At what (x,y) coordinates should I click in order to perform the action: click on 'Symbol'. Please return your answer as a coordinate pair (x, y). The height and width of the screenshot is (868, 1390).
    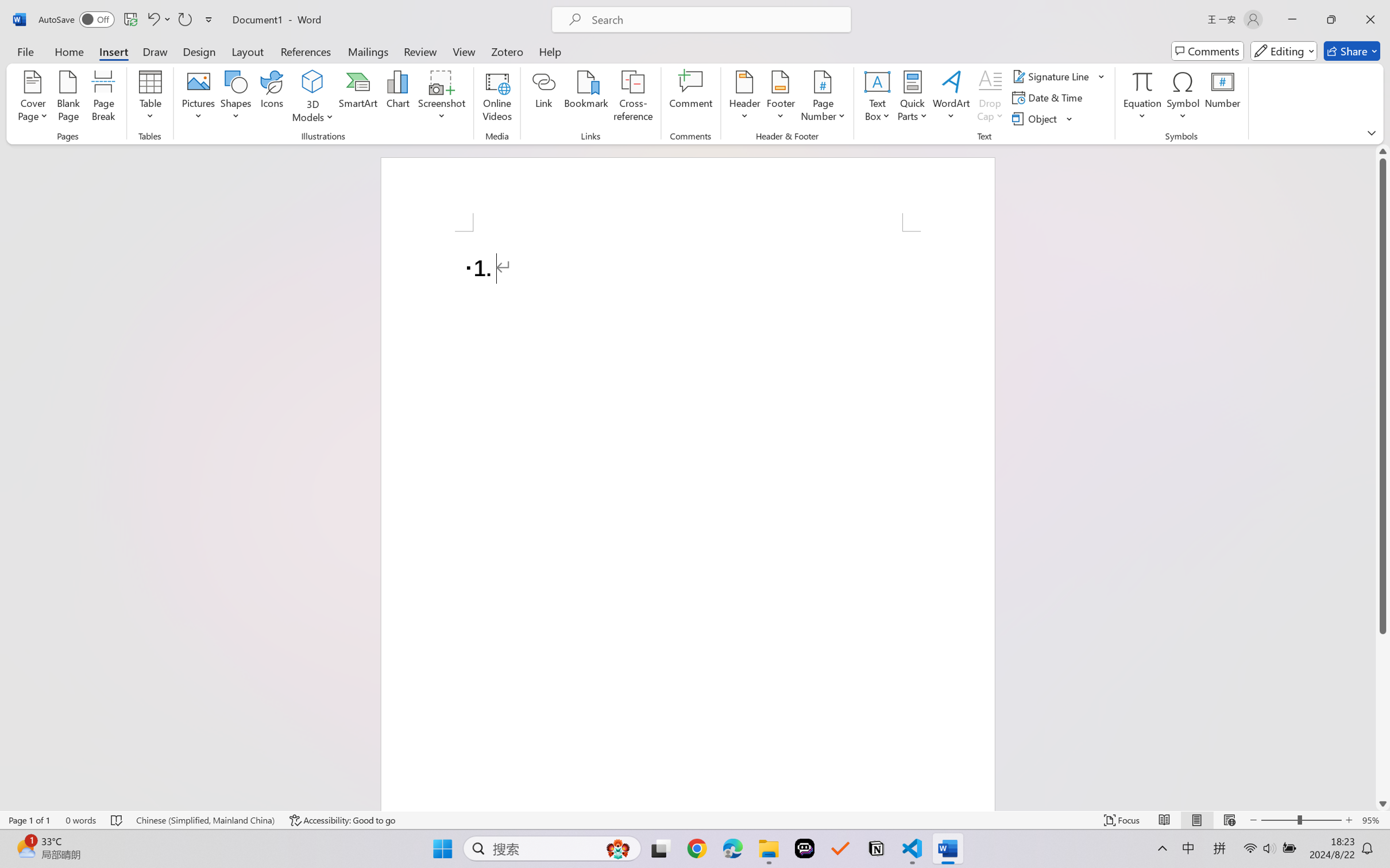
    Looking at the image, I should click on (1182, 98).